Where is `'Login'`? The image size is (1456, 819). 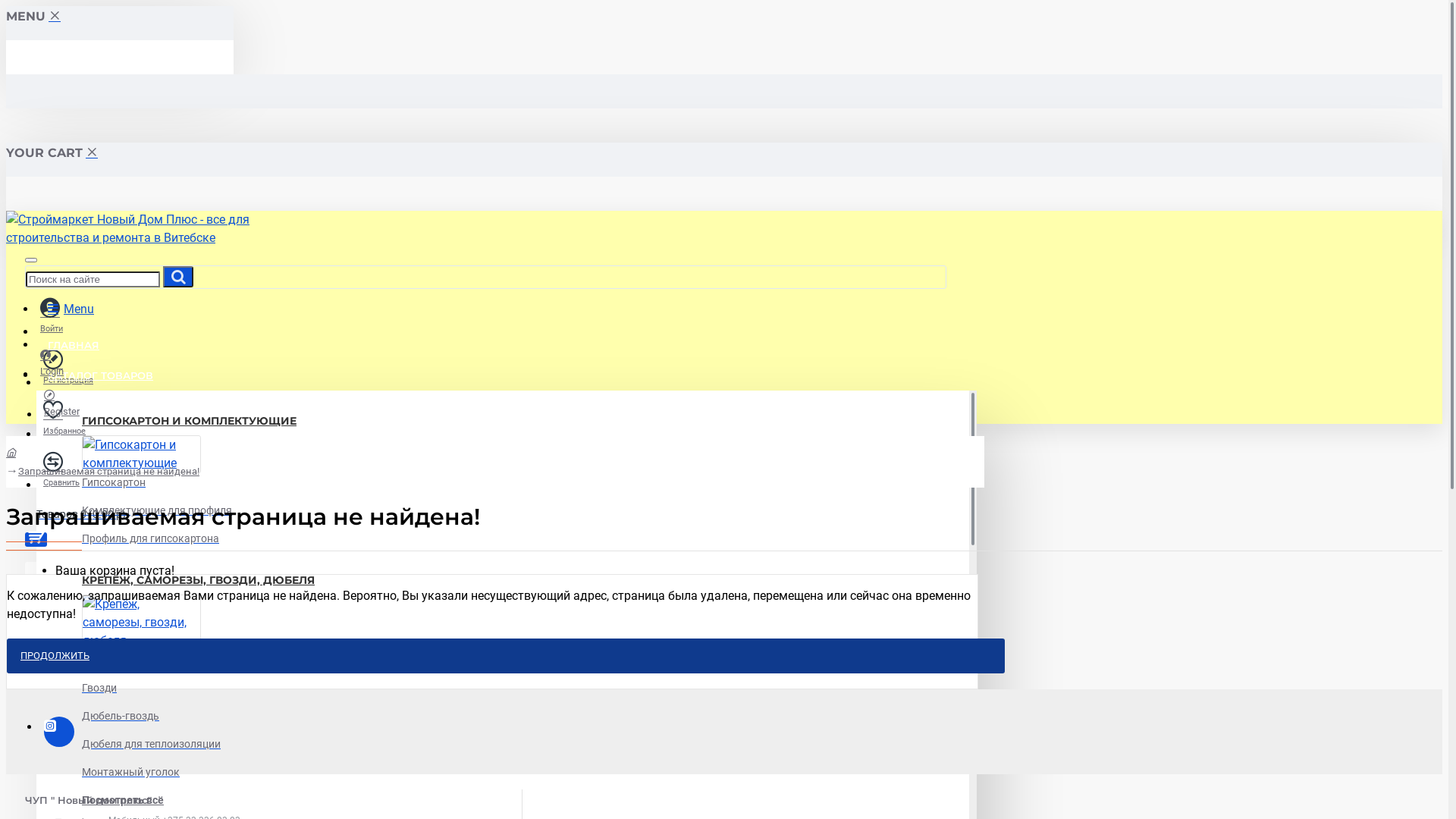 'Login' is located at coordinates (36, 362).